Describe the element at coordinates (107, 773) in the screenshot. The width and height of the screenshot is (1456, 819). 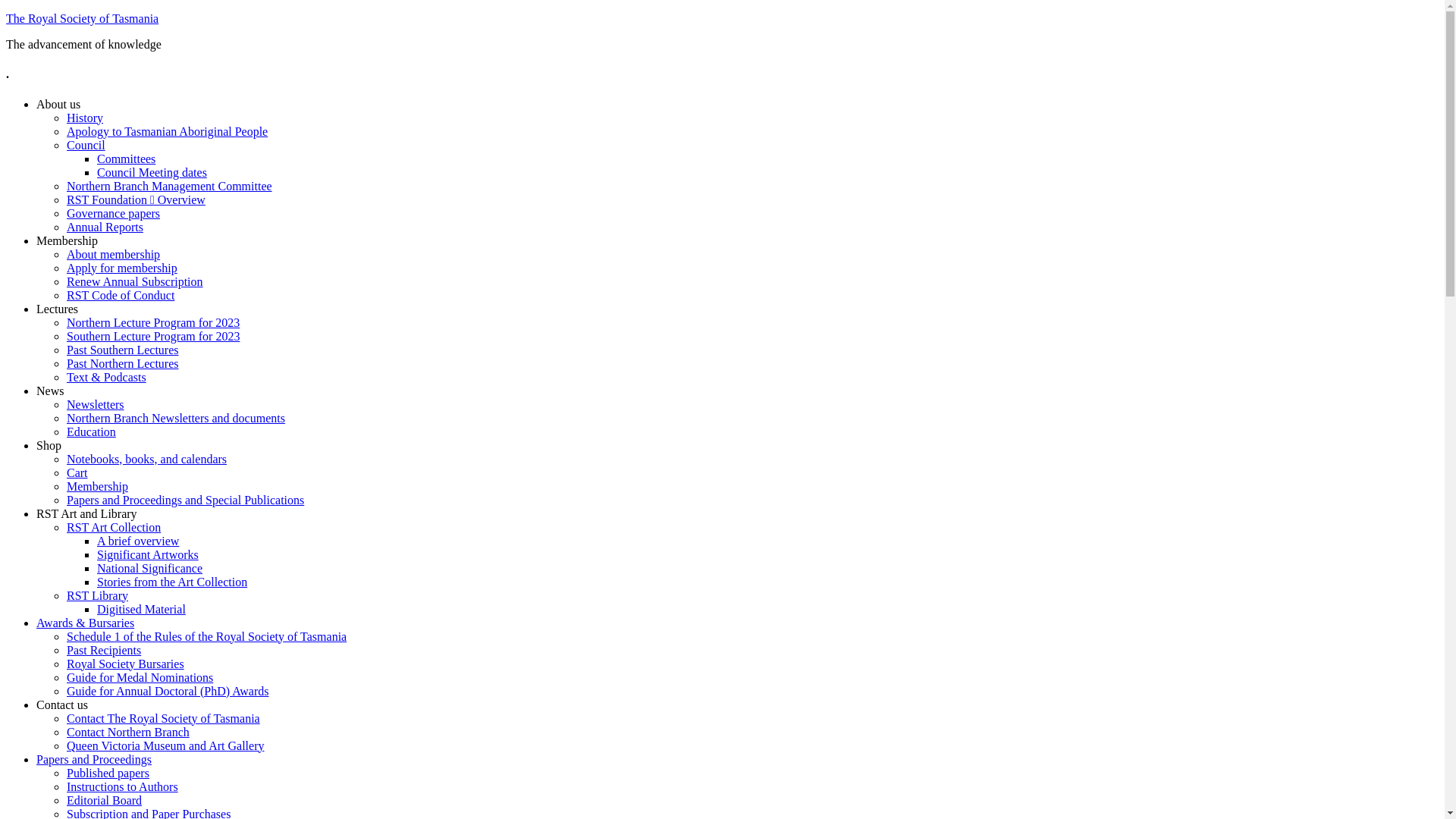
I see `'Published papers'` at that location.